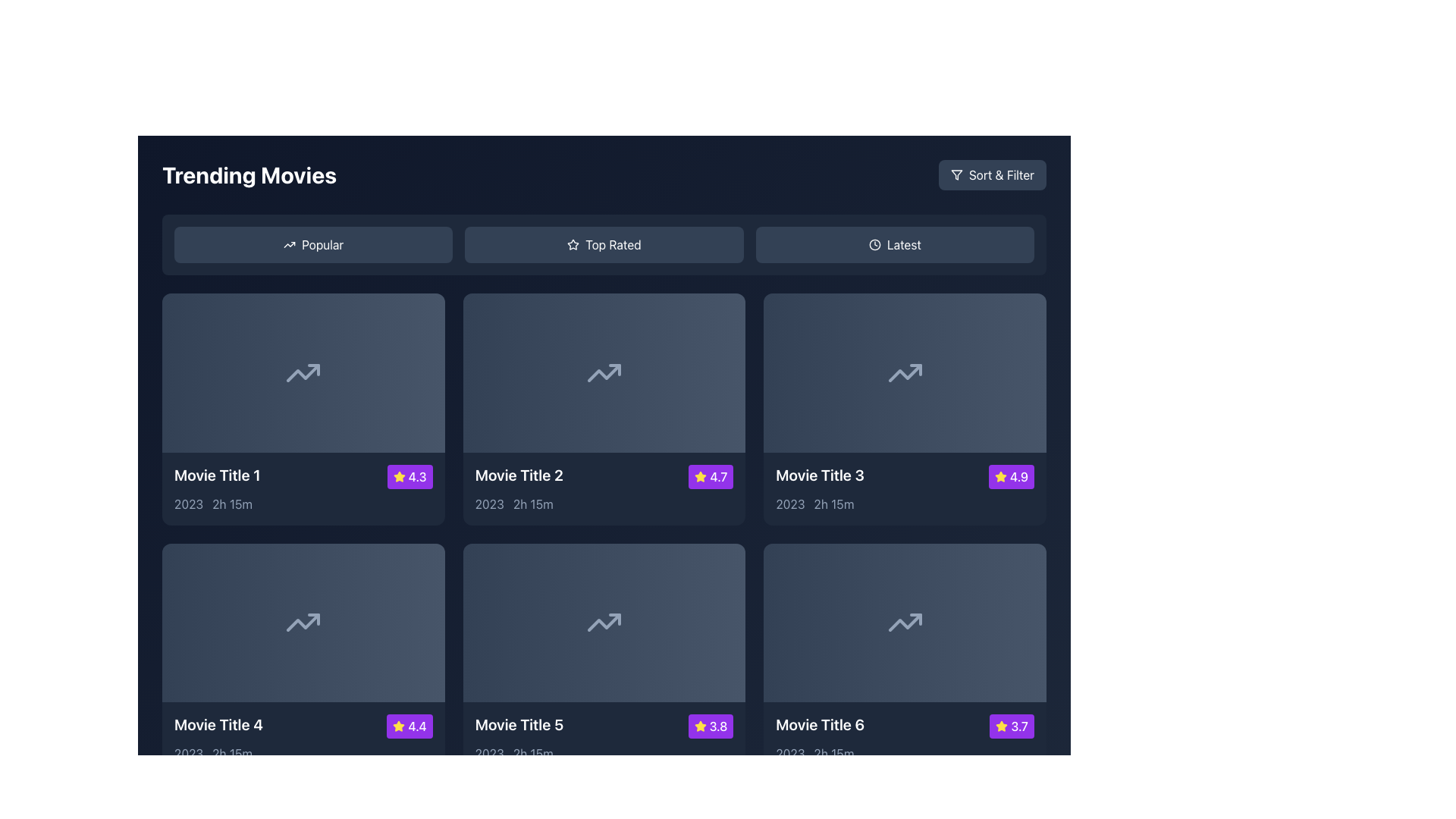 The height and width of the screenshot is (819, 1456). Describe the element at coordinates (231, 504) in the screenshot. I see `the static text label displaying '2h 15m' located adjacent to '2023' within the dark-themed UI context under 'Movie Title 1'` at that location.